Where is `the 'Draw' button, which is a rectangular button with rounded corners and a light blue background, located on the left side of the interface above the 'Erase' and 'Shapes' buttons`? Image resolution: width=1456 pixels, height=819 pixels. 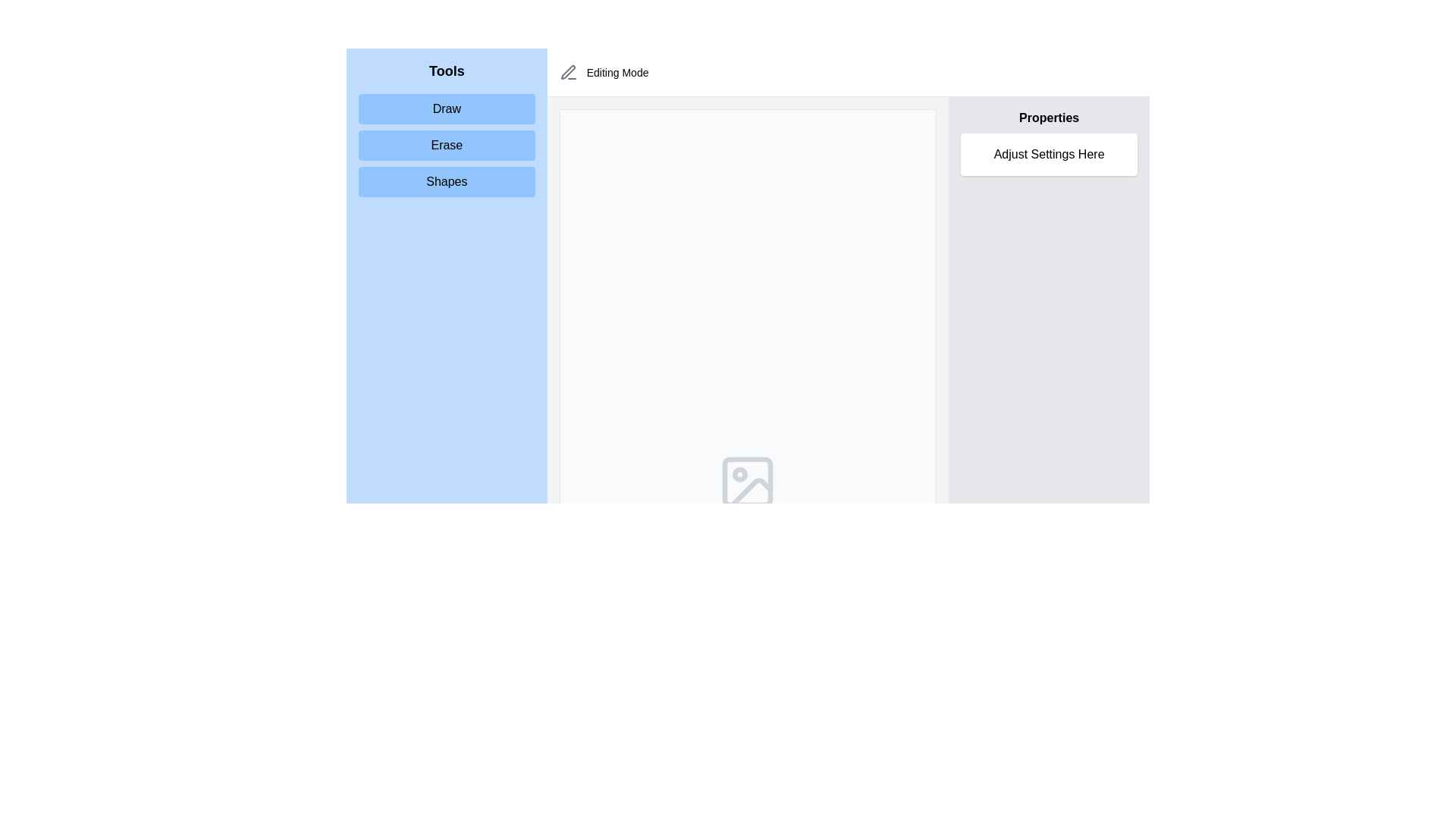 the 'Draw' button, which is a rectangular button with rounded corners and a light blue background, located on the left side of the interface above the 'Erase' and 'Shapes' buttons is located at coordinates (446, 108).